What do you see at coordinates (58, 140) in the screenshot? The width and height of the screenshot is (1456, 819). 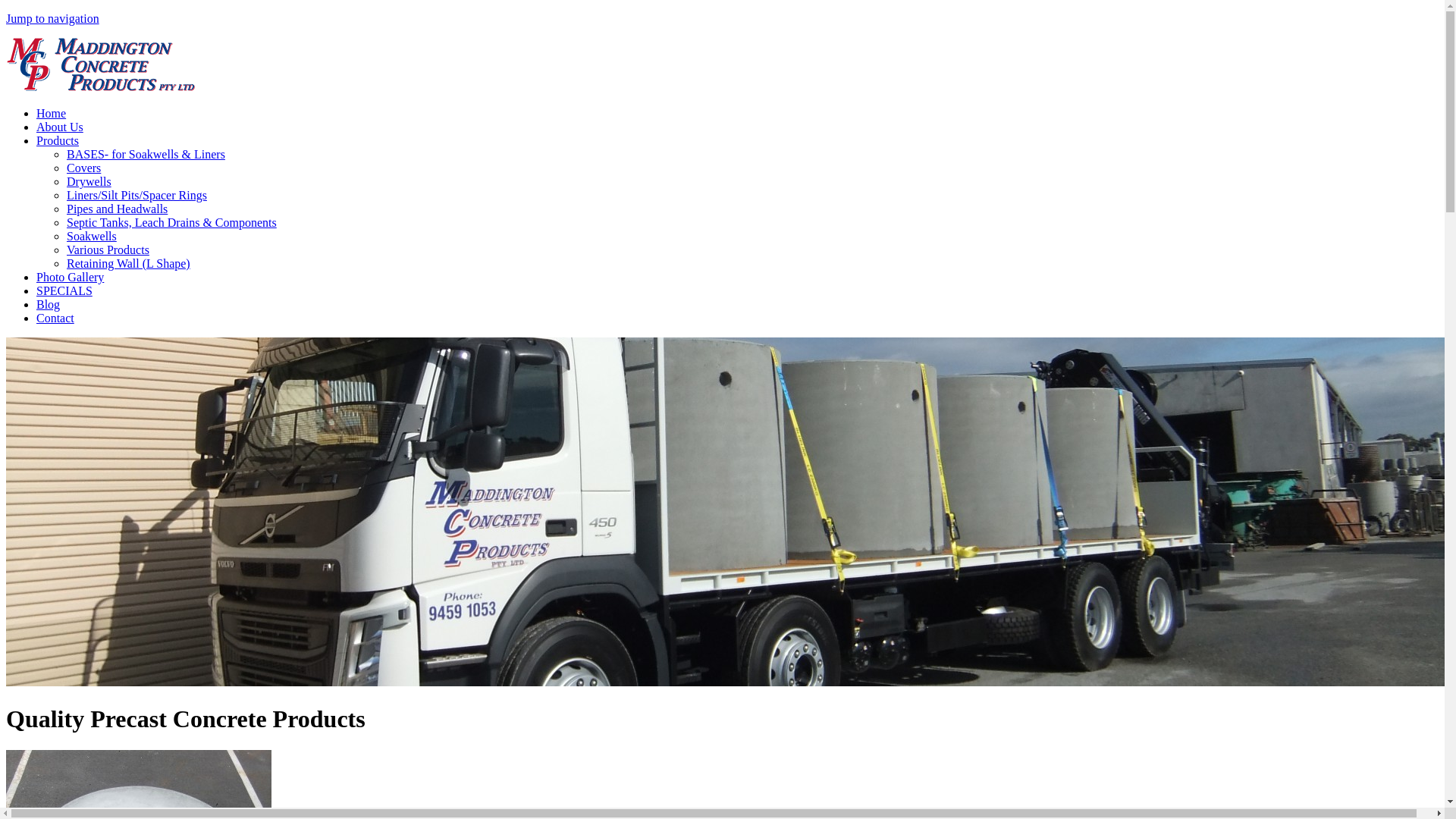 I see `'Products'` at bounding box center [58, 140].